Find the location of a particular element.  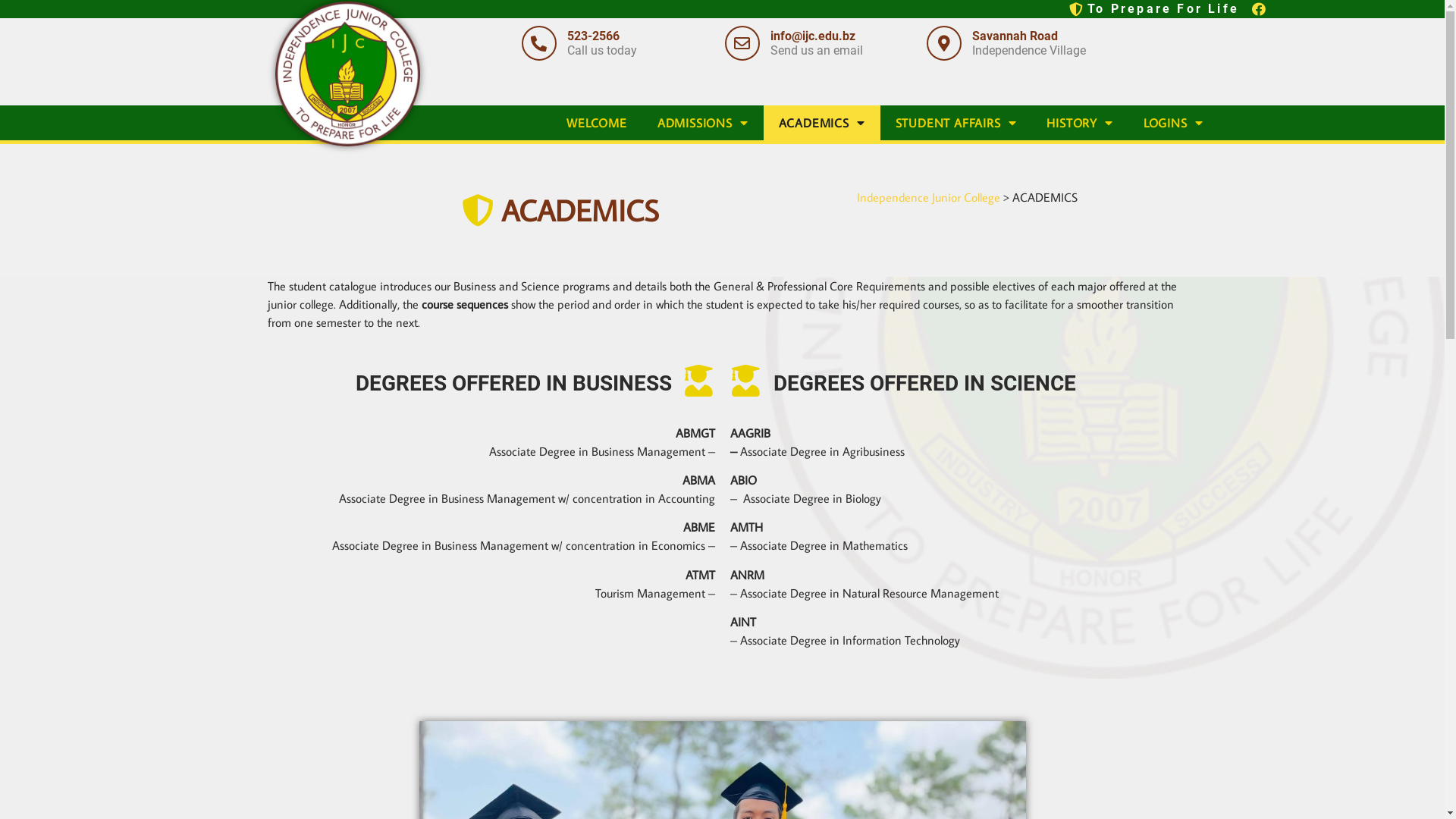

'LOGINS' is located at coordinates (1128, 122).